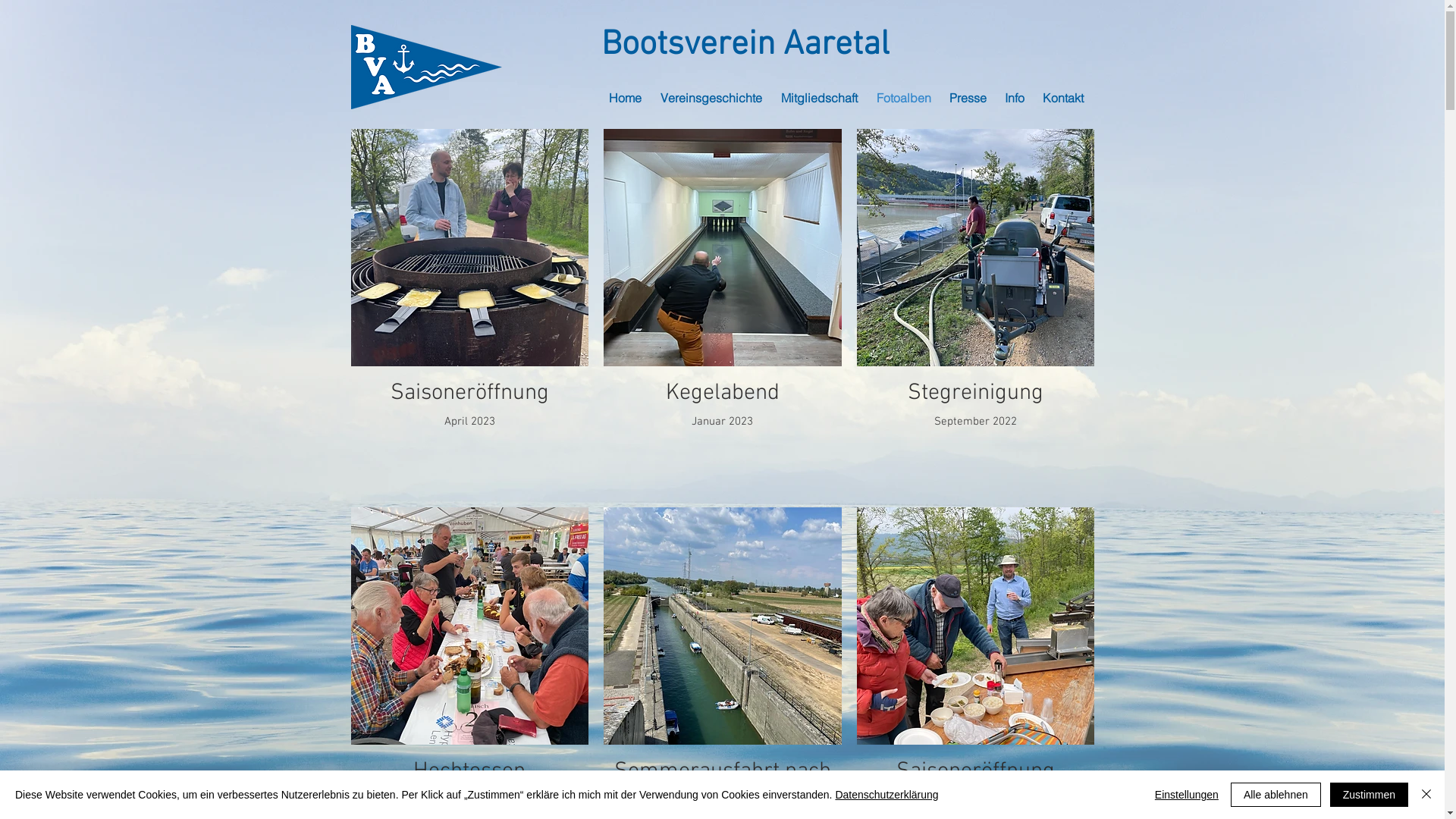  I want to click on 'Info', so click(1015, 97).